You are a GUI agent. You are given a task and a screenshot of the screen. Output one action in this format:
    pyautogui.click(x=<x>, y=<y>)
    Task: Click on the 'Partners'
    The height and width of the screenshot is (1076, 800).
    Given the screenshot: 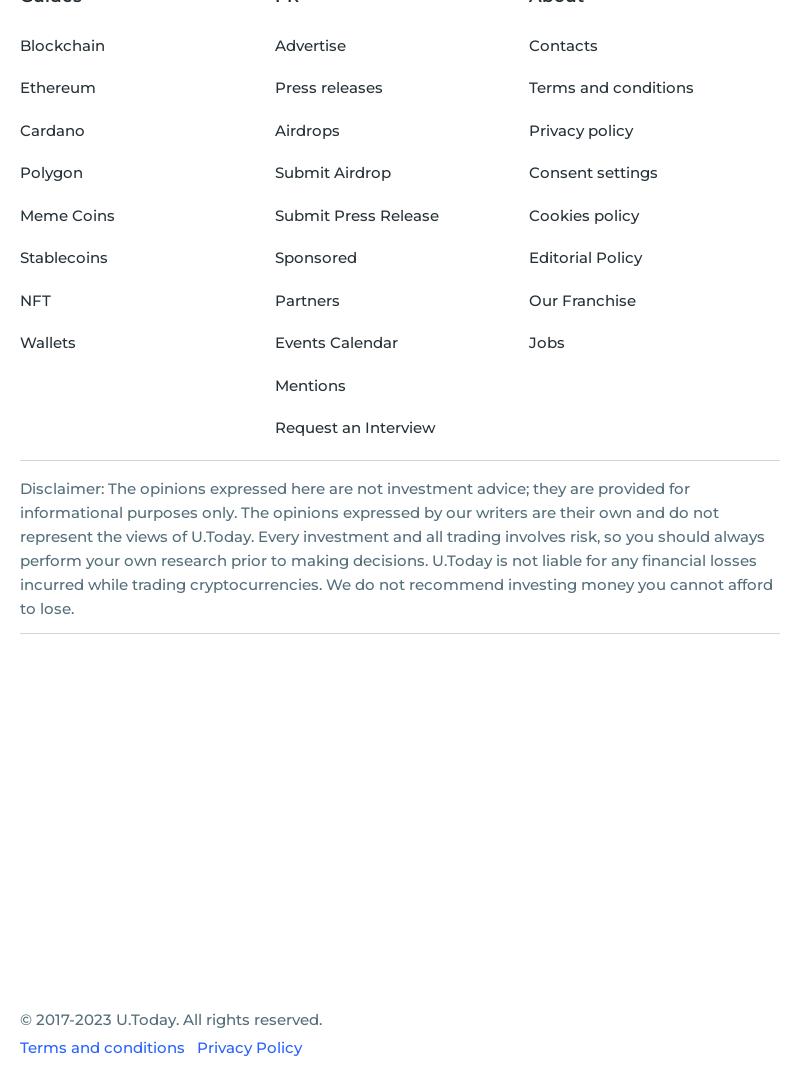 What is the action you would take?
    pyautogui.click(x=274, y=298)
    